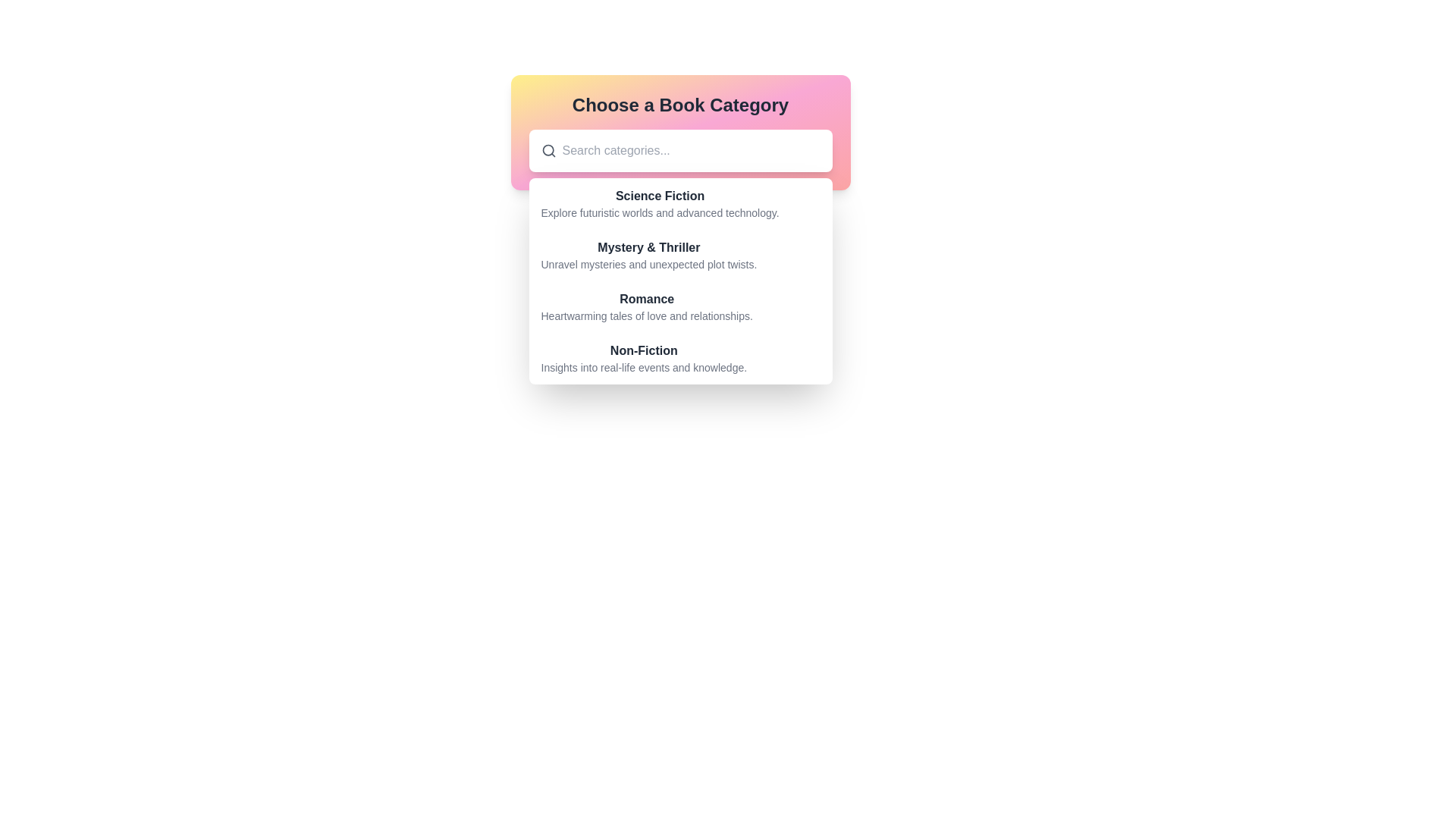  Describe the element at coordinates (679, 203) in the screenshot. I see `the 'Science Fiction' selectable list item` at that location.